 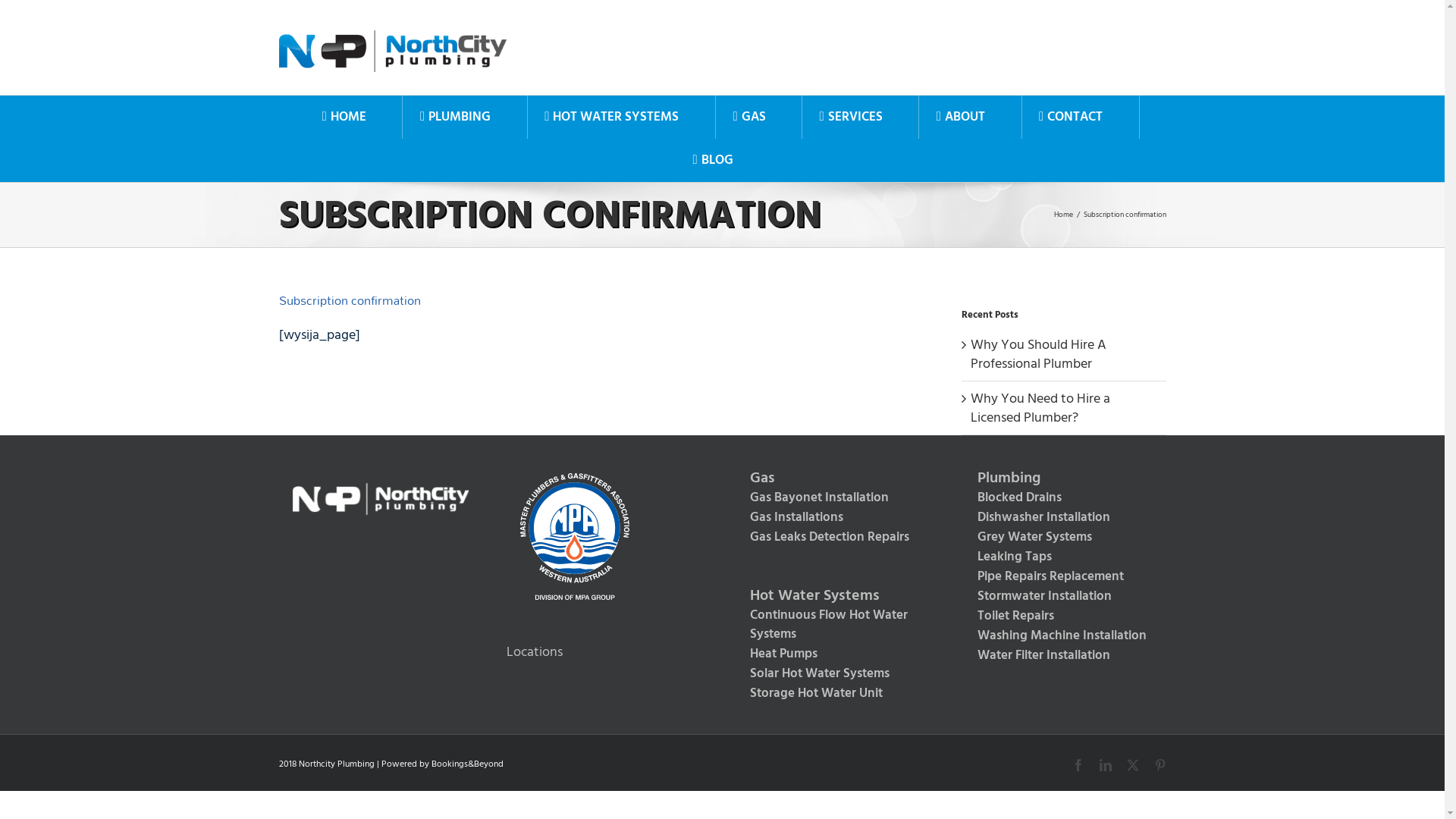 I want to click on 'Pinterest', so click(x=1153, y=765).